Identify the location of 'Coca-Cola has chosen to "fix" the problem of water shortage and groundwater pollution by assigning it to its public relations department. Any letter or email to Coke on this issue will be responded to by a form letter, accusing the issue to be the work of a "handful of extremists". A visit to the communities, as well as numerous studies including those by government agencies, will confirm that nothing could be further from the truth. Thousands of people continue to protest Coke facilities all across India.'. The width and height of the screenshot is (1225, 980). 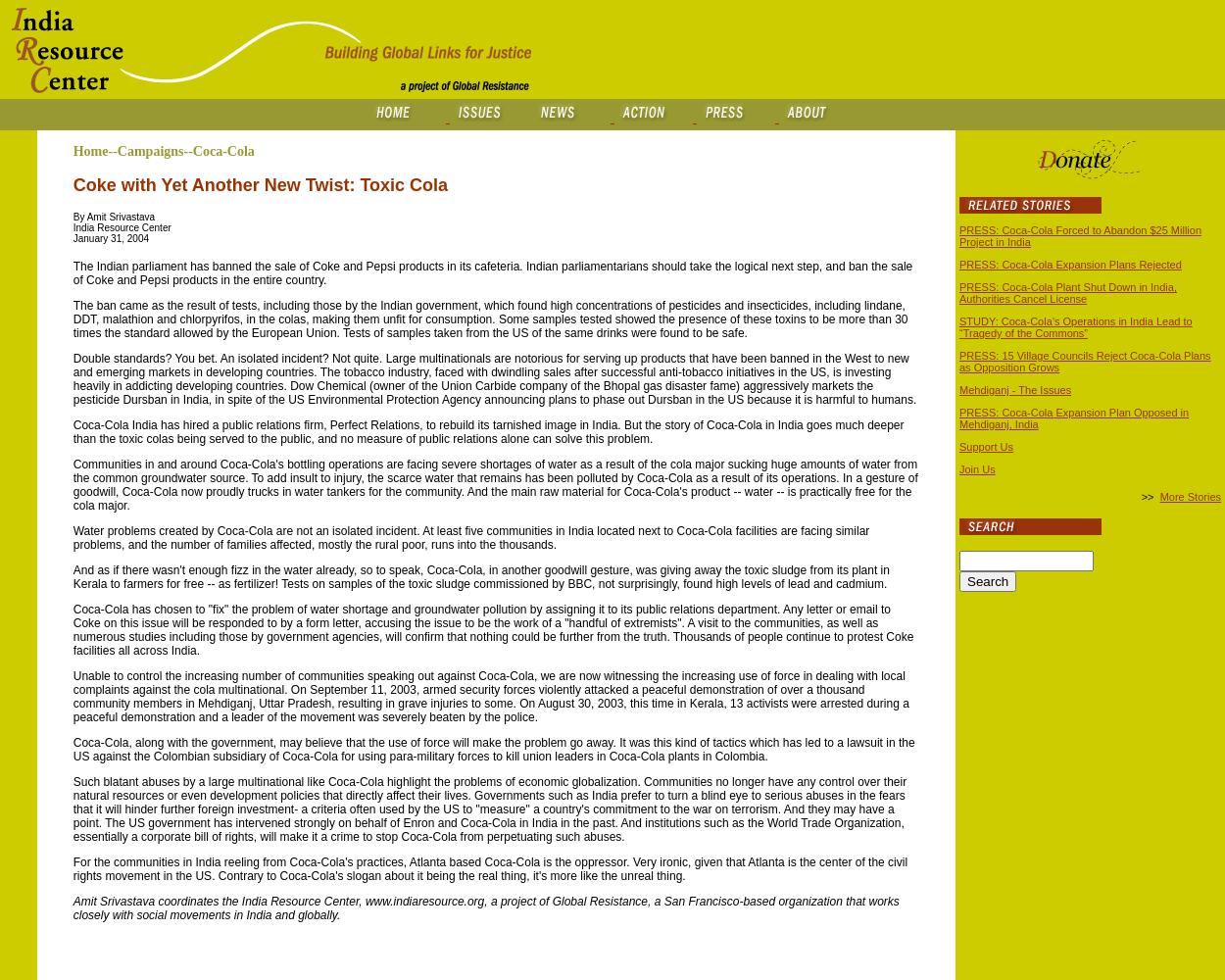
(493, 630).